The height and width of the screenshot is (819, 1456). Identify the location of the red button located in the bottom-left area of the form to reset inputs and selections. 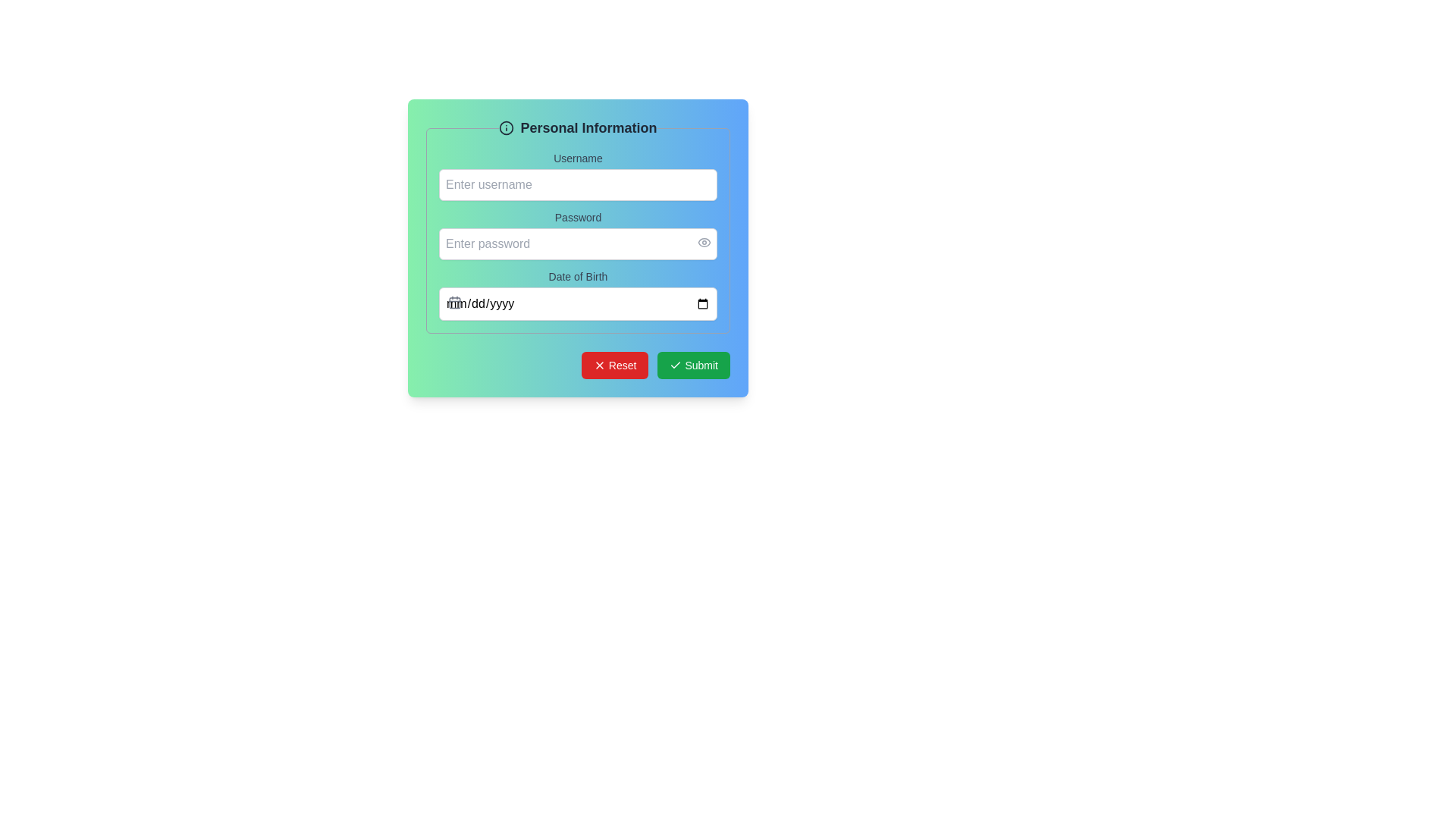
(623, 366).